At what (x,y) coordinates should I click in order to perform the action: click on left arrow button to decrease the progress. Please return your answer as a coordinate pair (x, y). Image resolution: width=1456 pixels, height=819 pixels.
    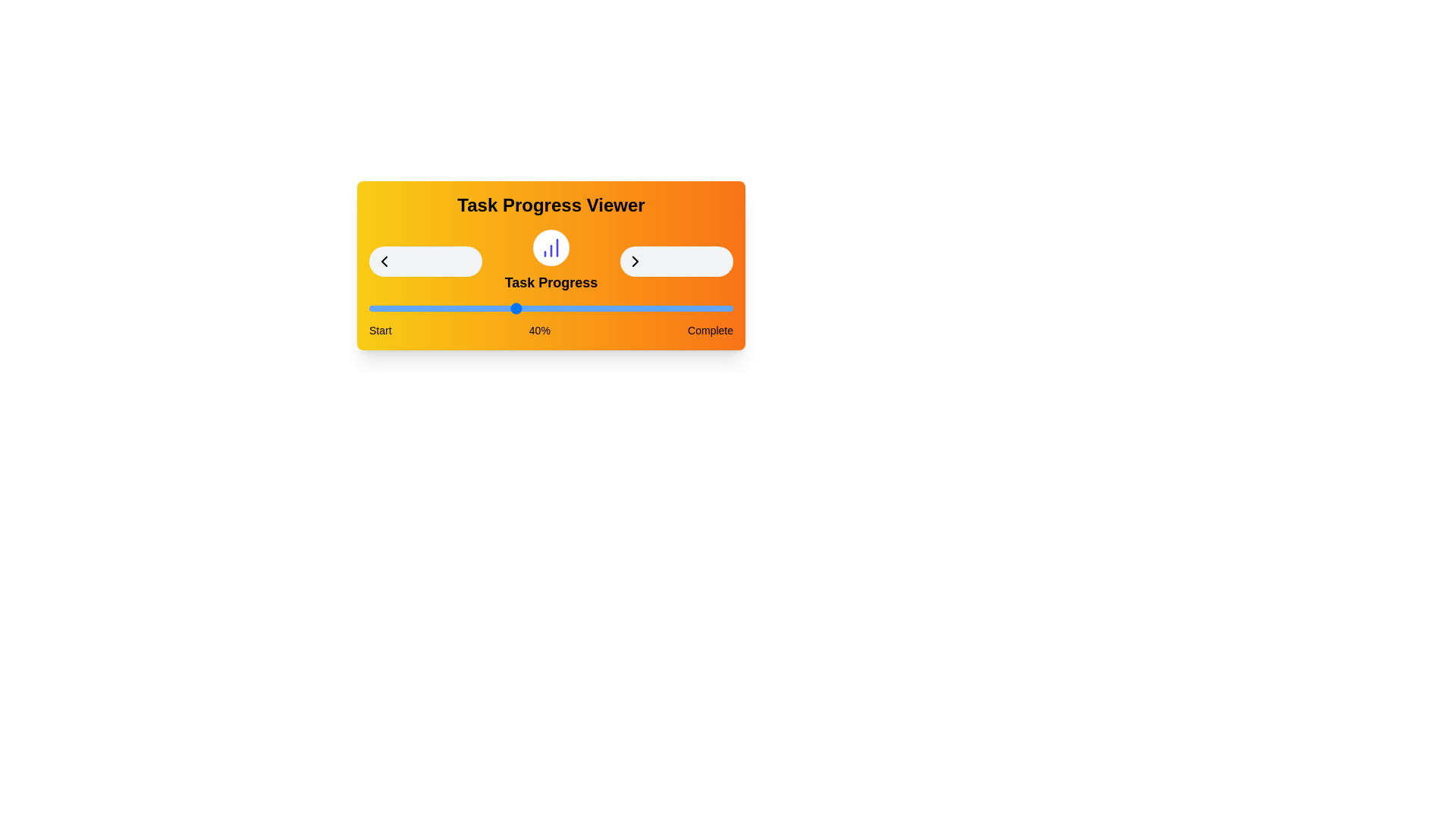
    Looking at the image, I should click on (425, 260).